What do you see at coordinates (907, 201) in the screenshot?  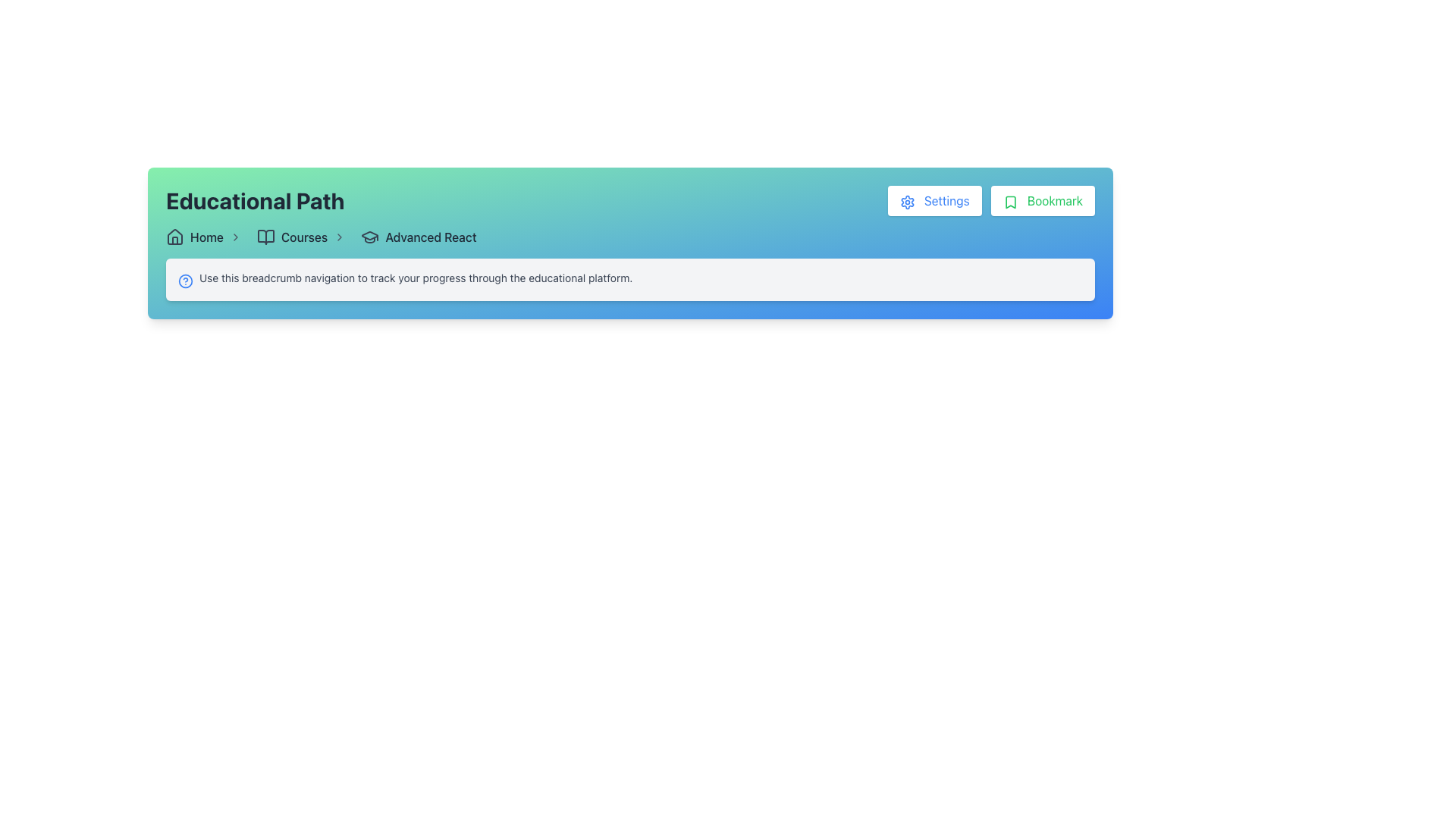 I see `the settings icon located in the top-right corner of the navigation bar, adjacent to the 'Settings' button` at bounding box center [907, 201].